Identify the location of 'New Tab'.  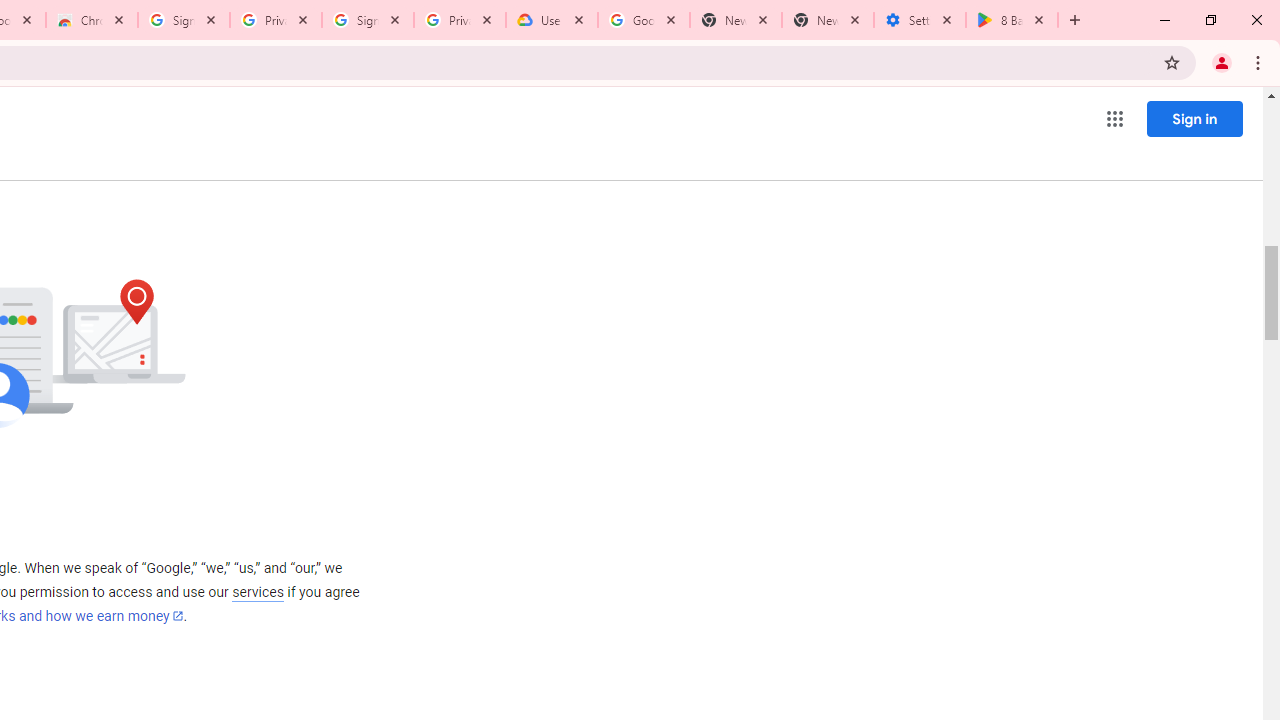
(828, 20).